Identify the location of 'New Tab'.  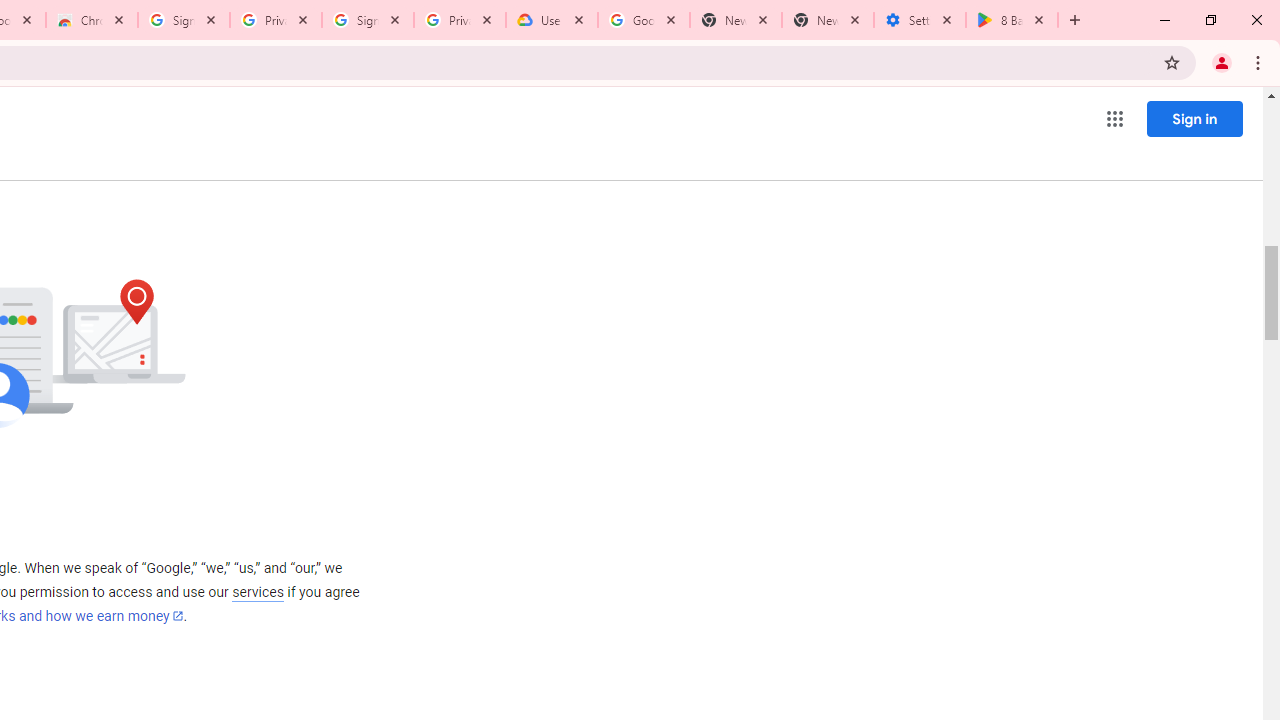
(828, 20).